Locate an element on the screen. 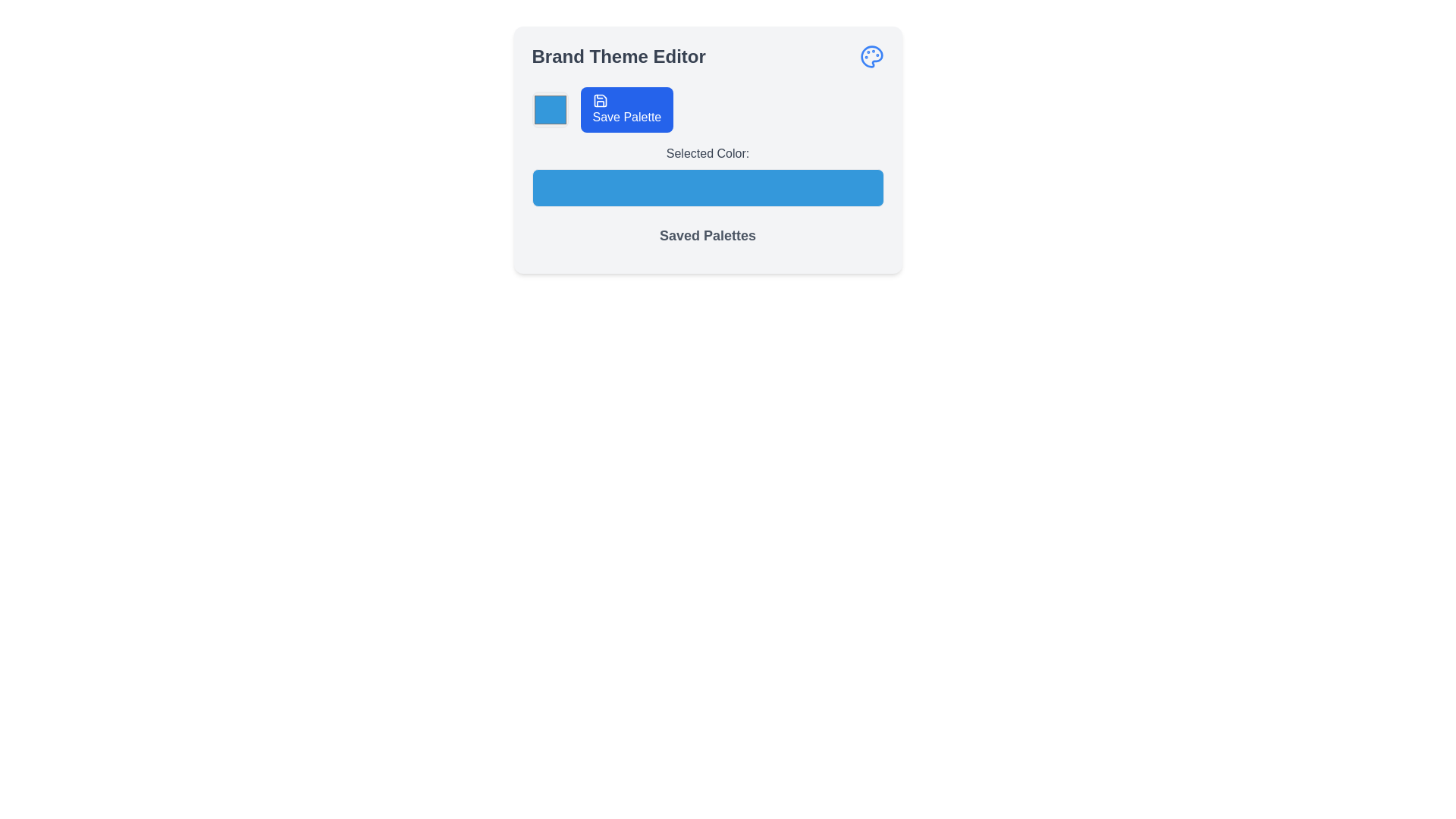 The width and height of the screenshot is (1456, 819). the rectangular button with a blue background and a floppy disk icon labeled 'Save Palette' to observe the hover effect is located at coordinates (626, 109).